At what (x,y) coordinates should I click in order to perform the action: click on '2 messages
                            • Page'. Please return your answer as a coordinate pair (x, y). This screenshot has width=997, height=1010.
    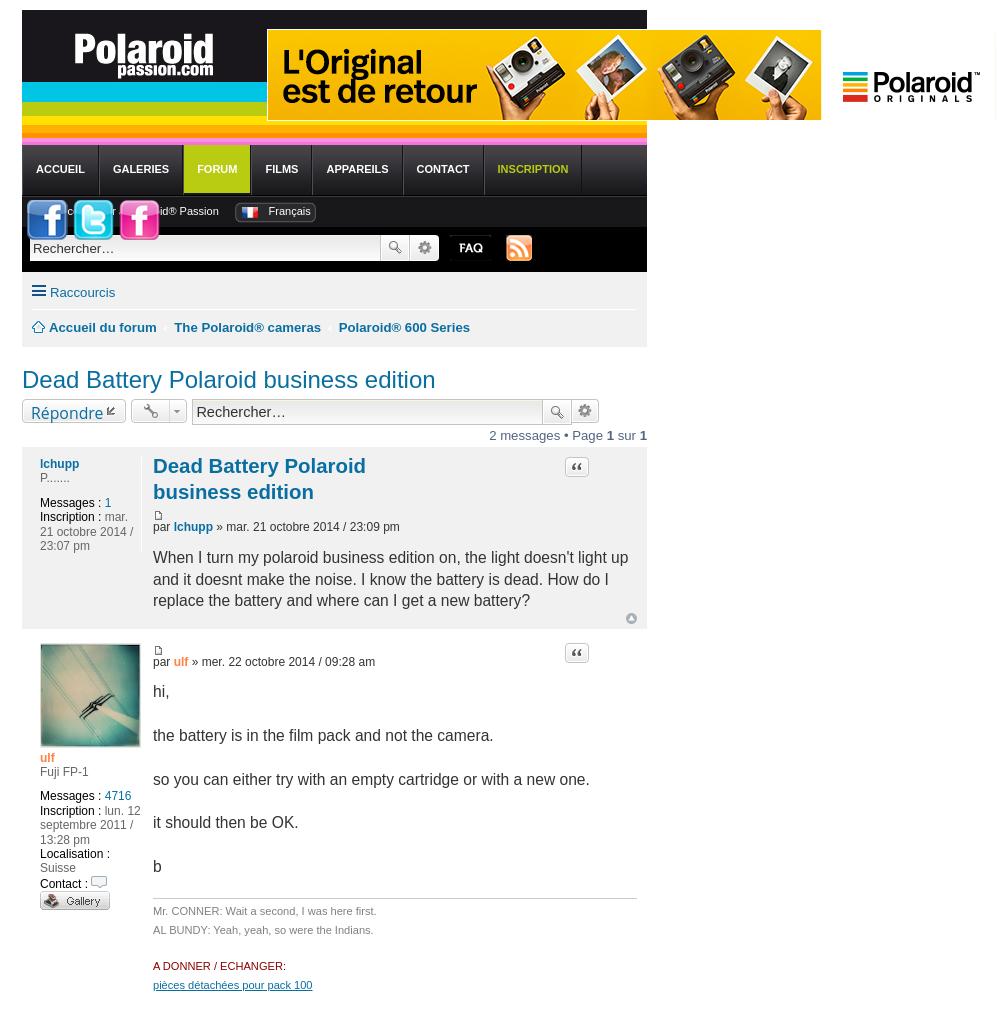
    Looking at the image, I should click on (547, 435).